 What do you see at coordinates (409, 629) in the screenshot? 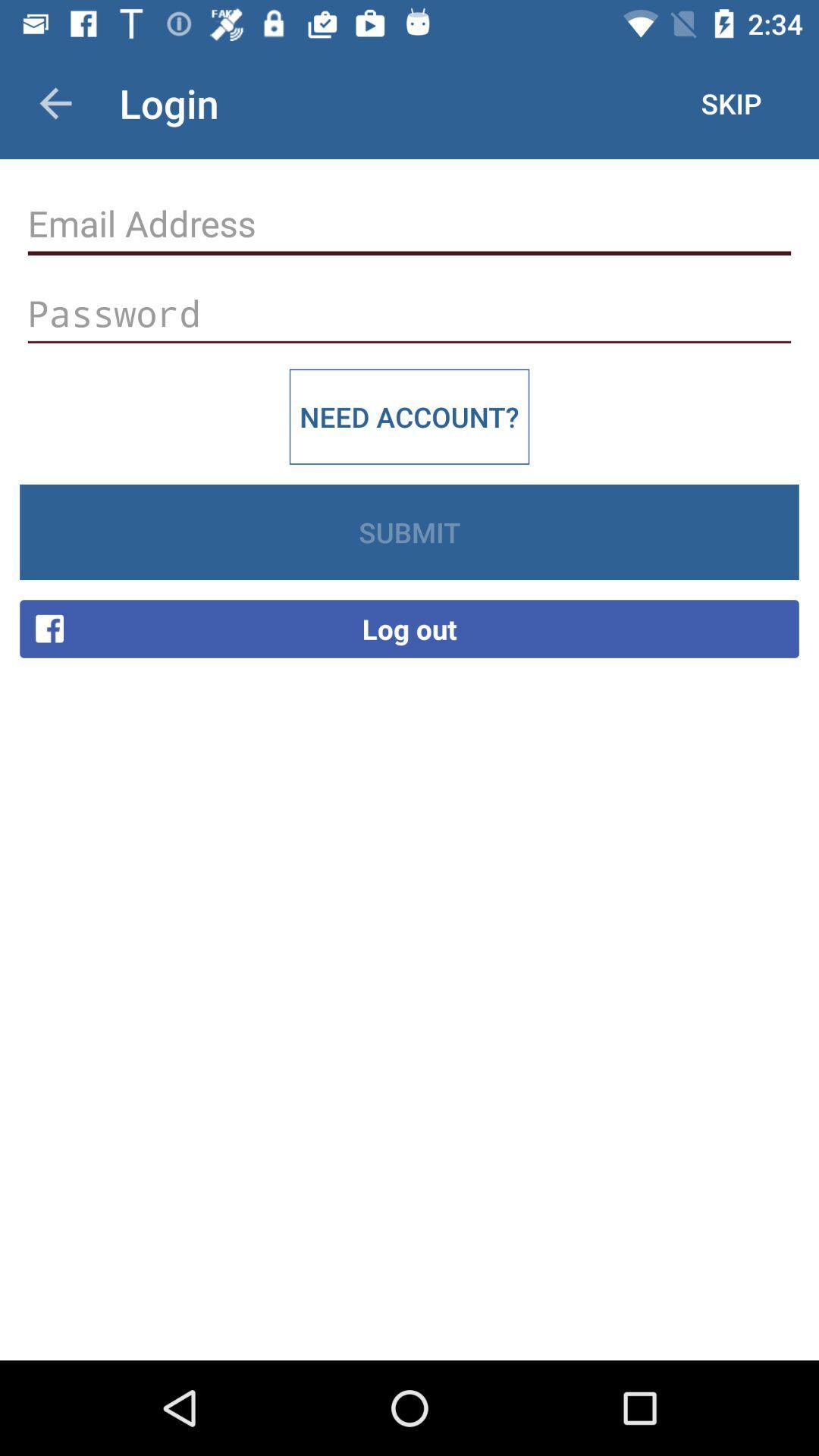
I see `the log out icon` at bounding box center [409, 629].